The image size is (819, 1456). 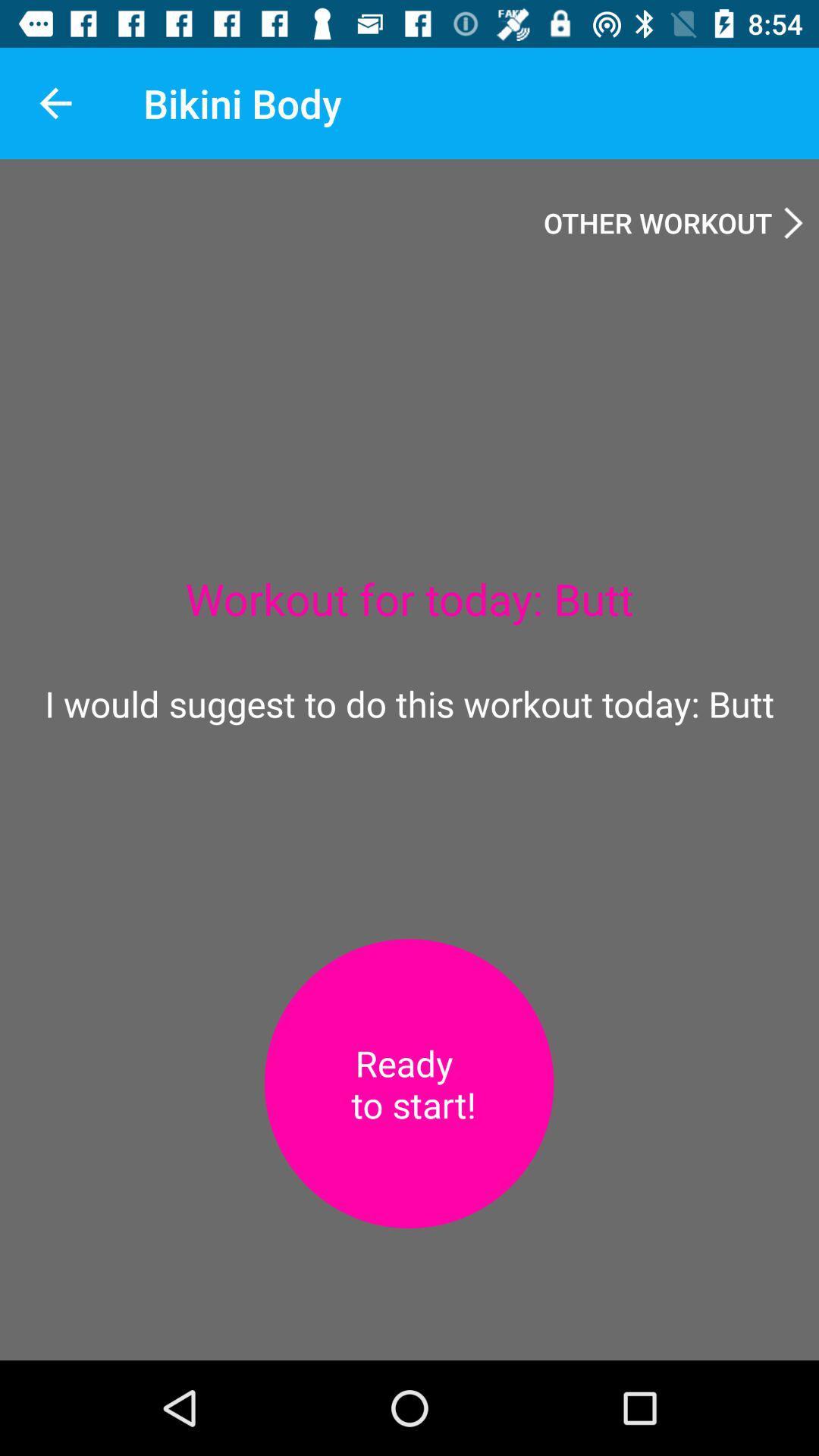 What do you see at coordinates (408, 1083) in the screenshot?
I see `icon below i would suggest` at bounding box center [408, 1083].